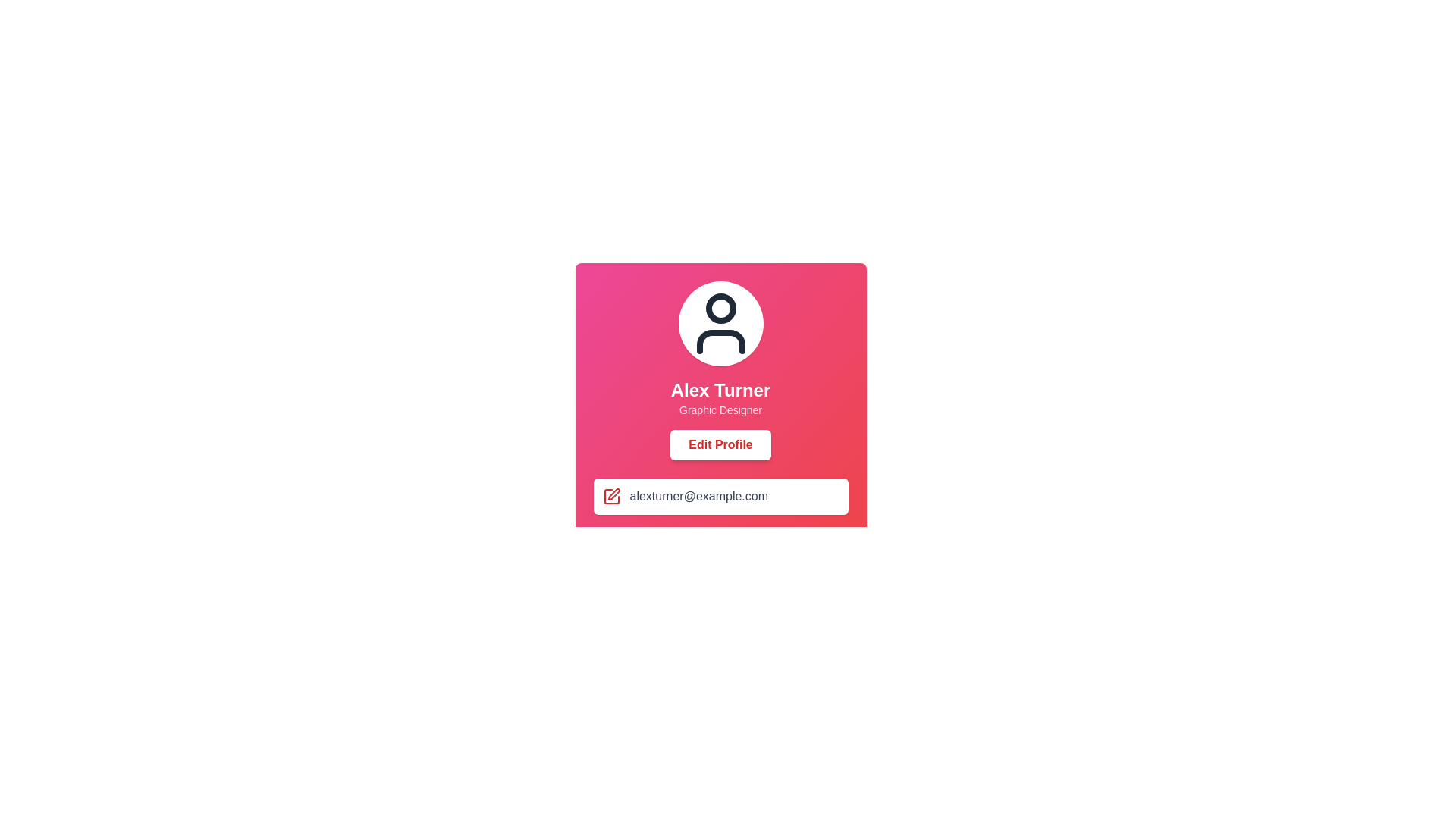 Image resolution: width=1456 pixels, height=819 pixels. What do you see at coordinates (611, 497) in the screenshot?
I see `the edit button located to the left of the email address 'alexturner@example.com' to initiate an edit action` at bounding box center [611, 497].